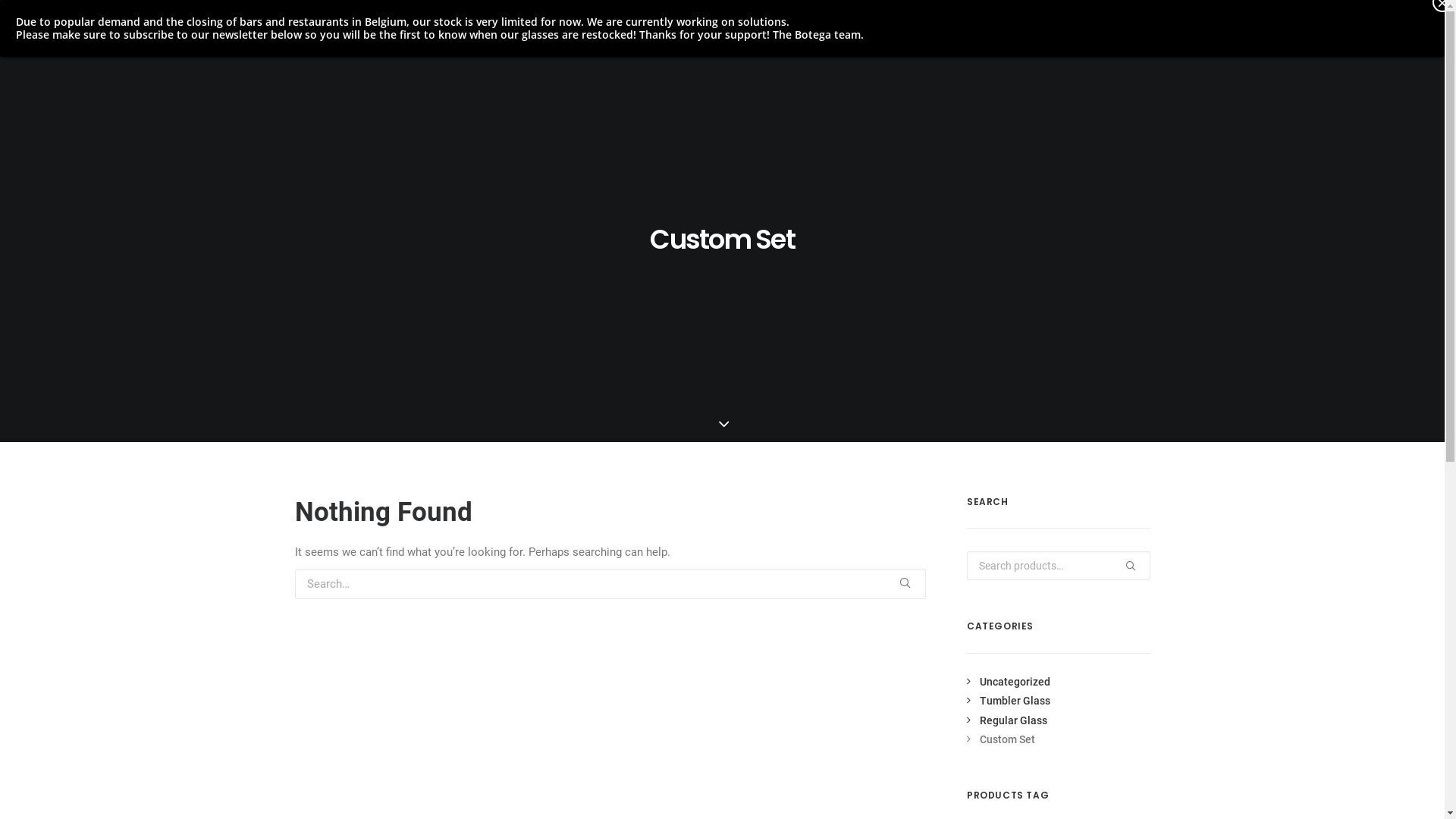 The image size is (1456, 819). Describe the element at coordinates (966, 719) in the screenshot. I see `'Regular Glass'` at that location.